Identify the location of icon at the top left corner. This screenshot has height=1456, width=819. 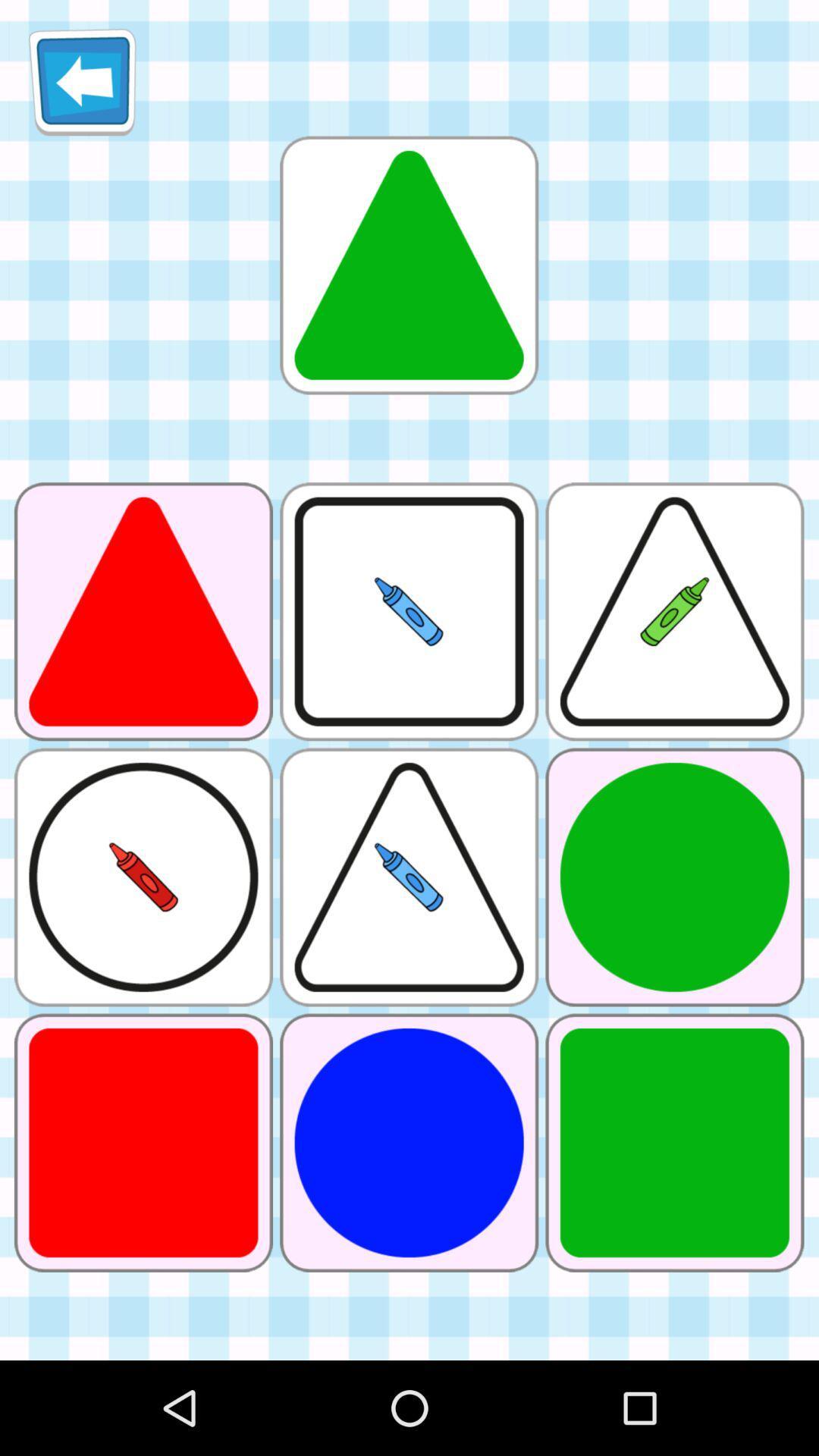
(82, 81).